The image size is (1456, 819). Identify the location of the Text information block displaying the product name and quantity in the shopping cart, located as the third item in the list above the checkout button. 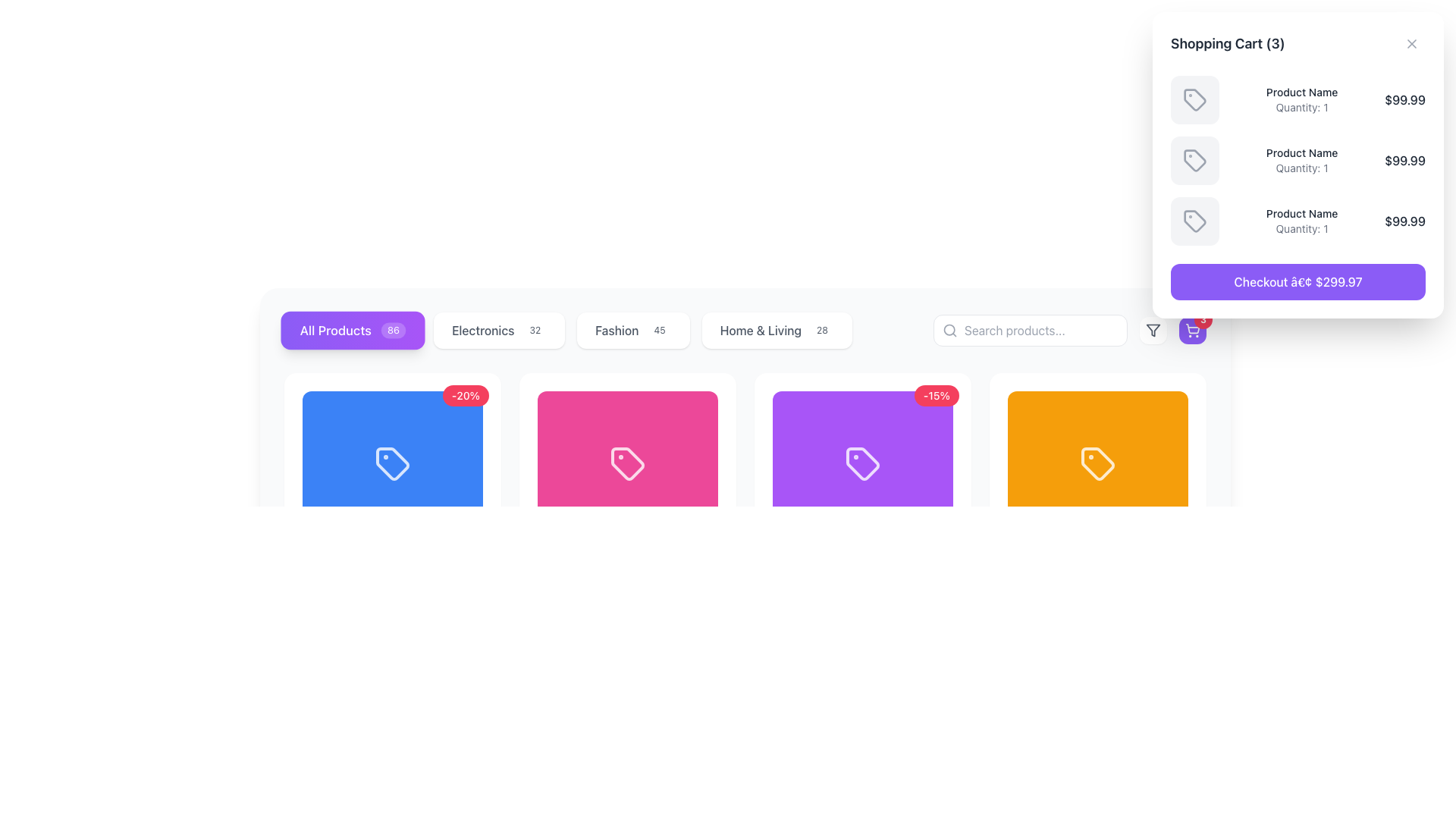
(1301, 221).